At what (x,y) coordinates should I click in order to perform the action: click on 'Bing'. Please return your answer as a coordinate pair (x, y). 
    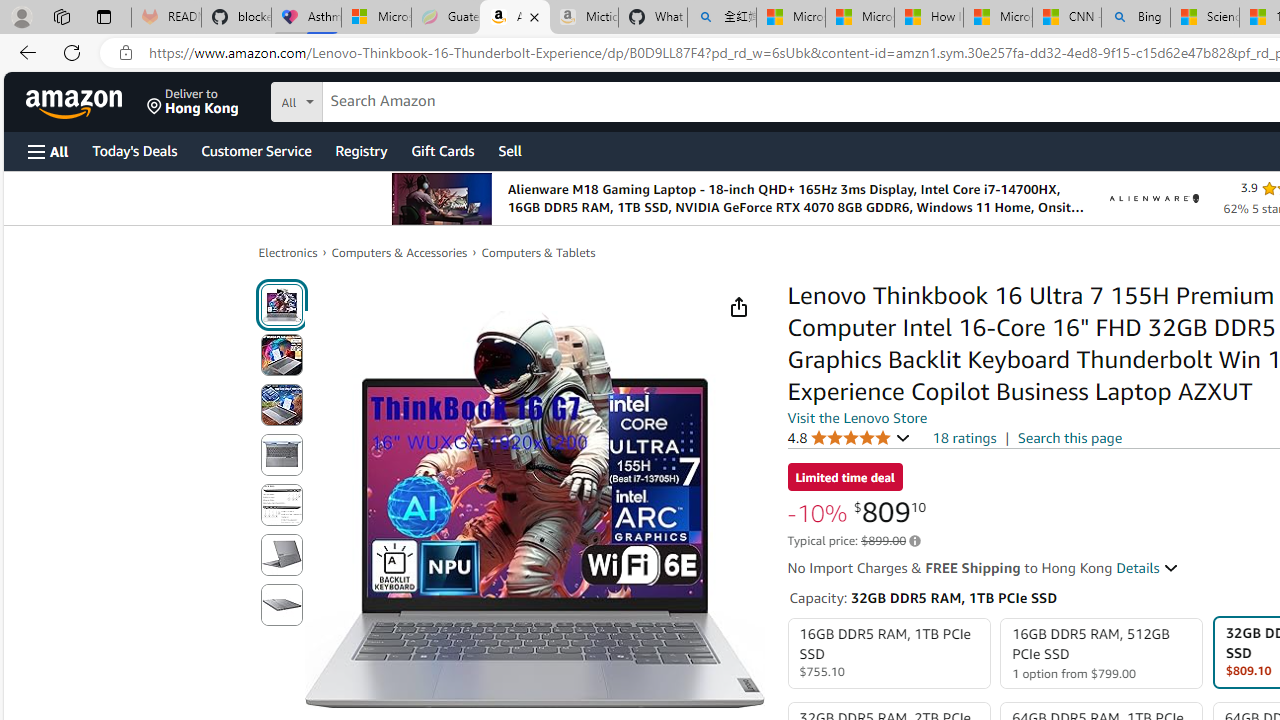
    Looking at the image, I should click on (1136, 17).